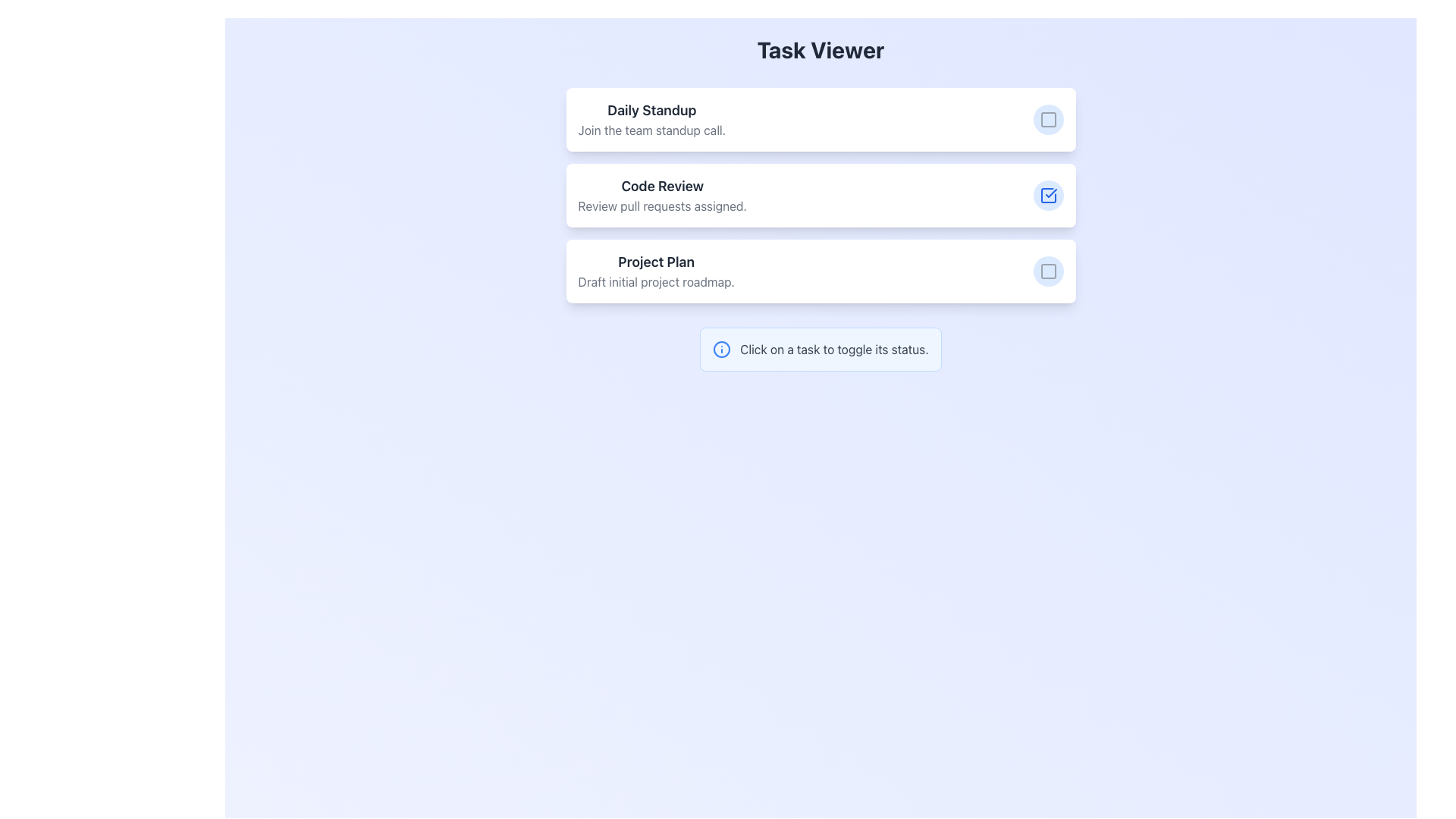  I want to click on the checkmark icon located in the top-right corner of the 'Code Review' task's checkbox in the middle row of the task list, so click(1050, 192).